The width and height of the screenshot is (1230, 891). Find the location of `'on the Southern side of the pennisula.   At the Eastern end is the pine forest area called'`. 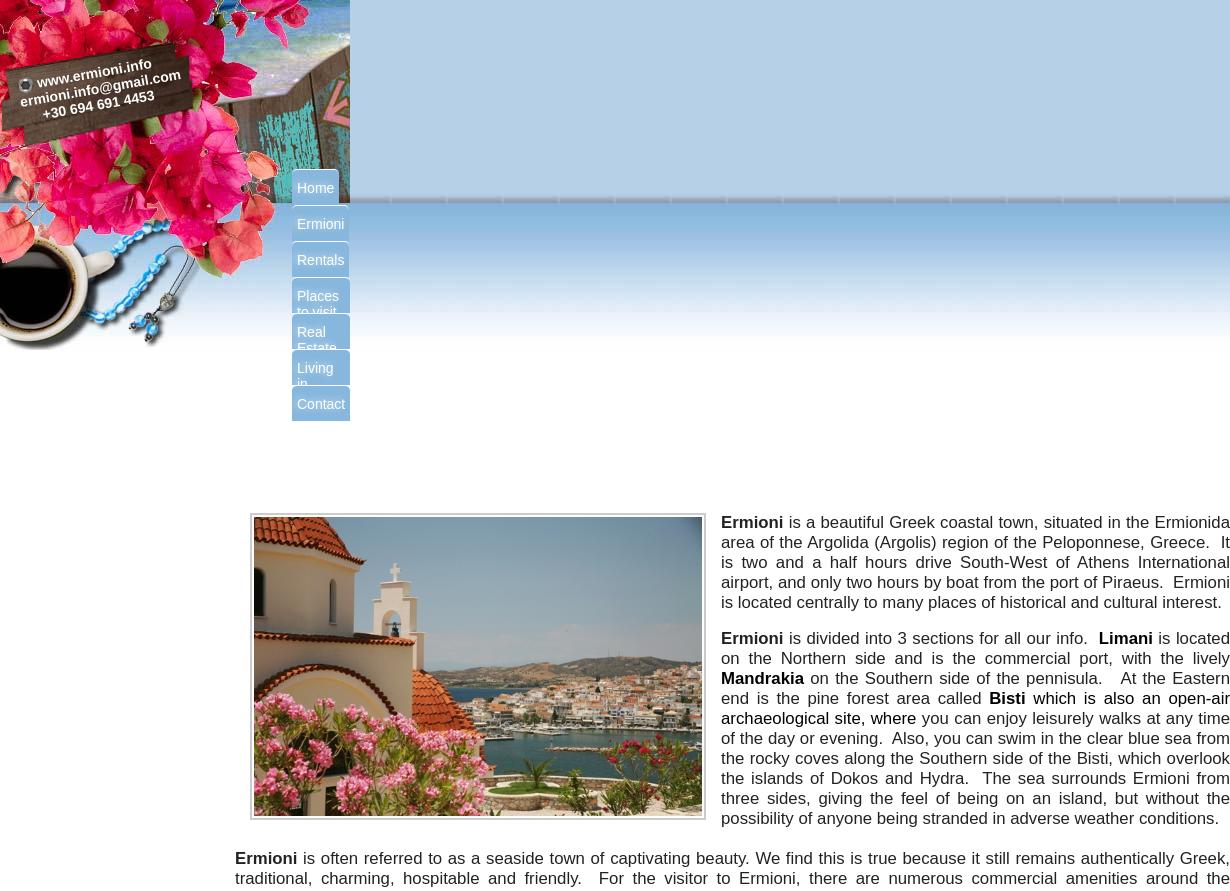

'on the Southern side of the pennisula.   At the Eastern end is the pine forest area called' is located at coordinates (974, 687).